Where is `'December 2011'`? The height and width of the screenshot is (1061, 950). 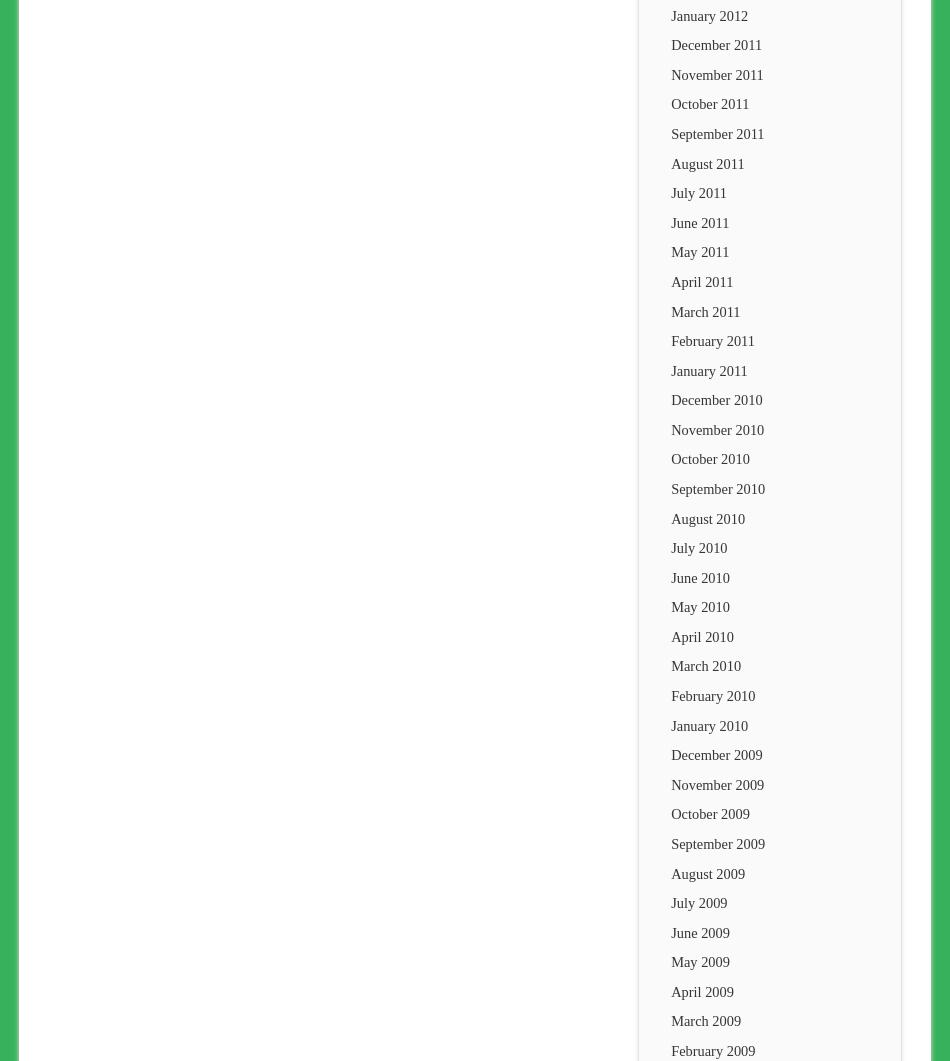 'December 2011' is located at coordinates (670, 44).